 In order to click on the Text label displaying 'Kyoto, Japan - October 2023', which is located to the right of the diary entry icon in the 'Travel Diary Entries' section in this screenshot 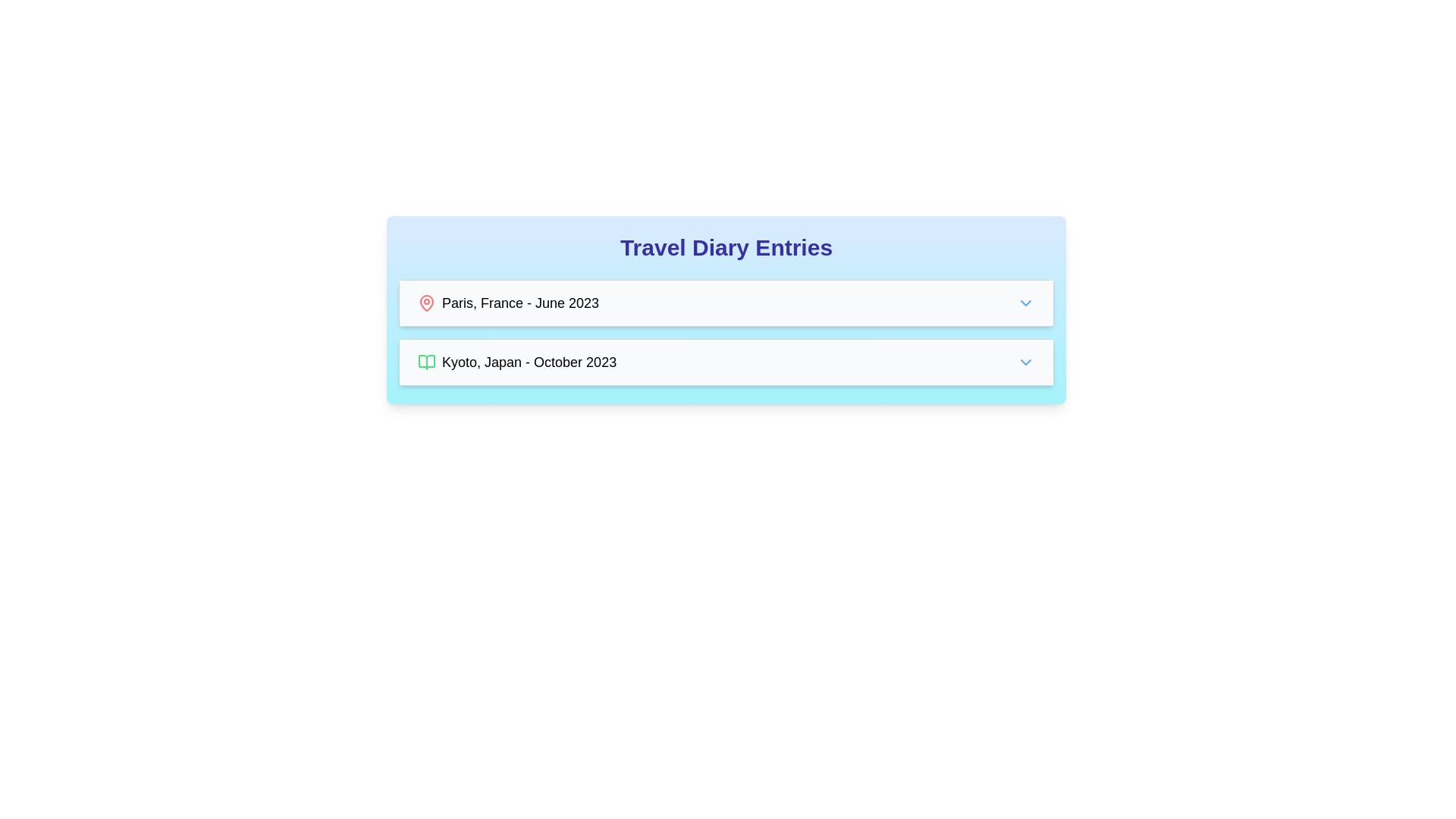, I will do `click(529, 362)`.